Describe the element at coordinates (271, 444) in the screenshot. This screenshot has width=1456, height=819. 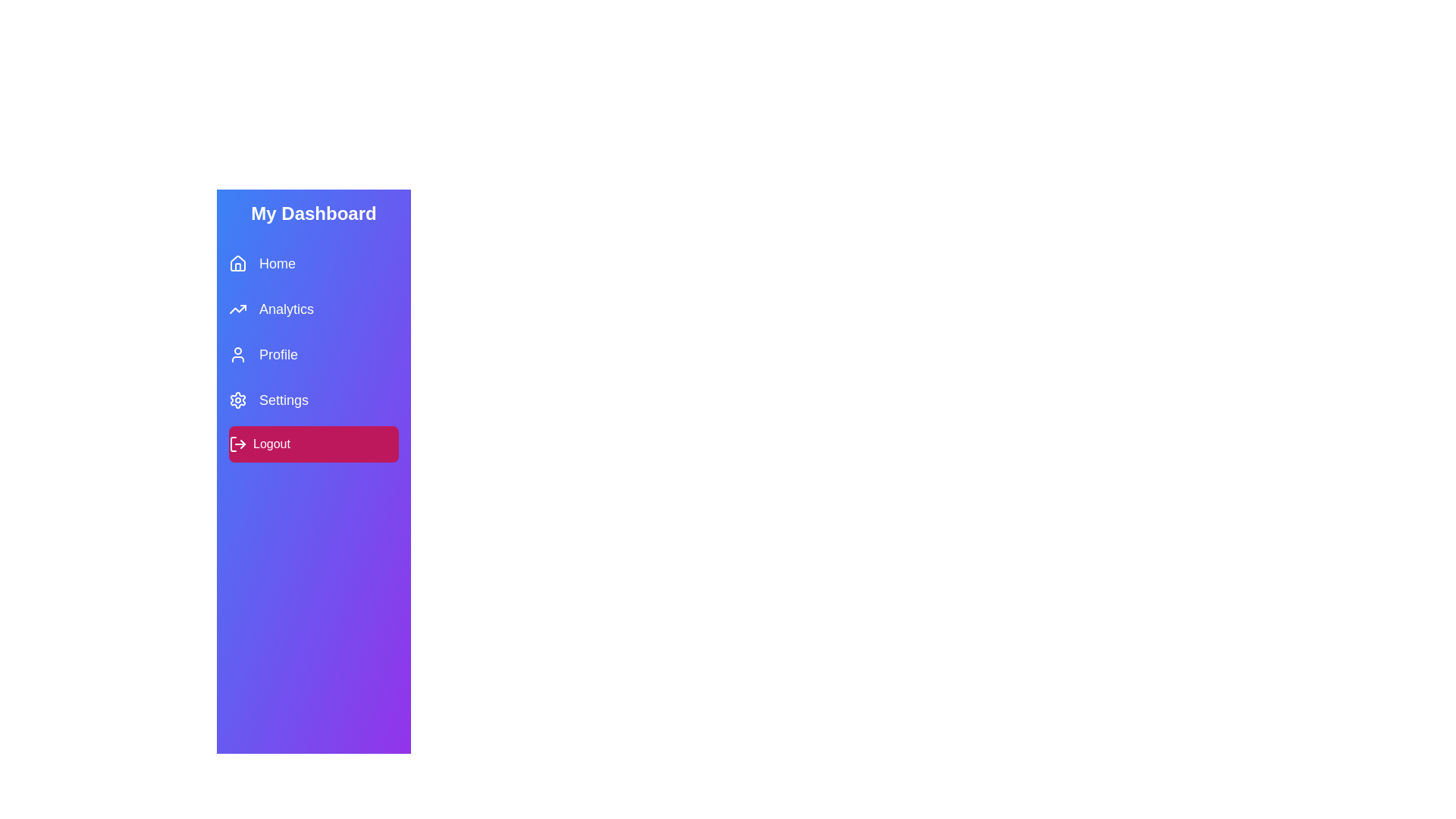
I see `the 'Logout' text label, which is styled in white sans-serif font on a pink rounded rectangular background, located at the bottom of a vertical menu` at that location.